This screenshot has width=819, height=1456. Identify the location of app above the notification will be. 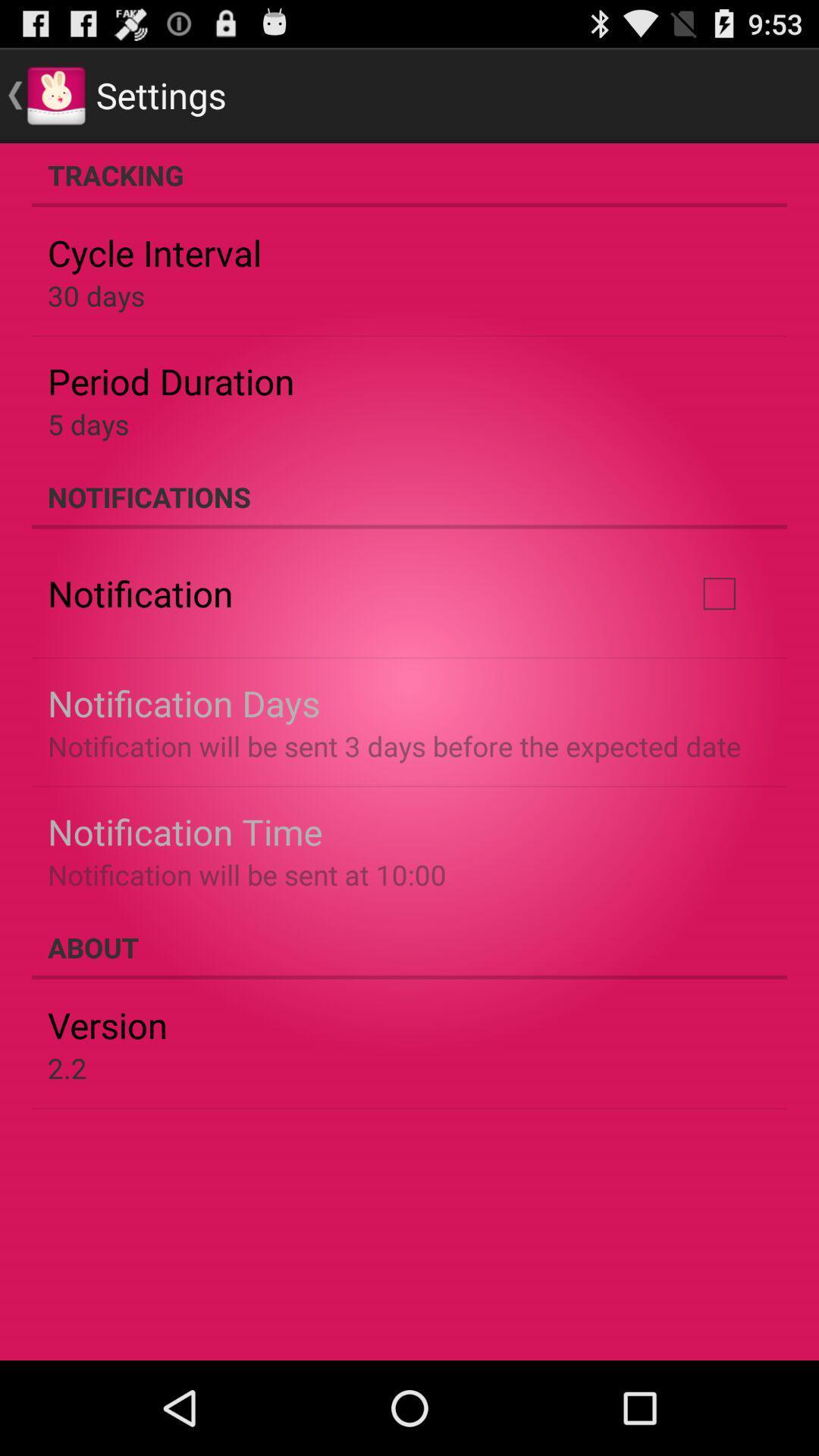
(184, 830).